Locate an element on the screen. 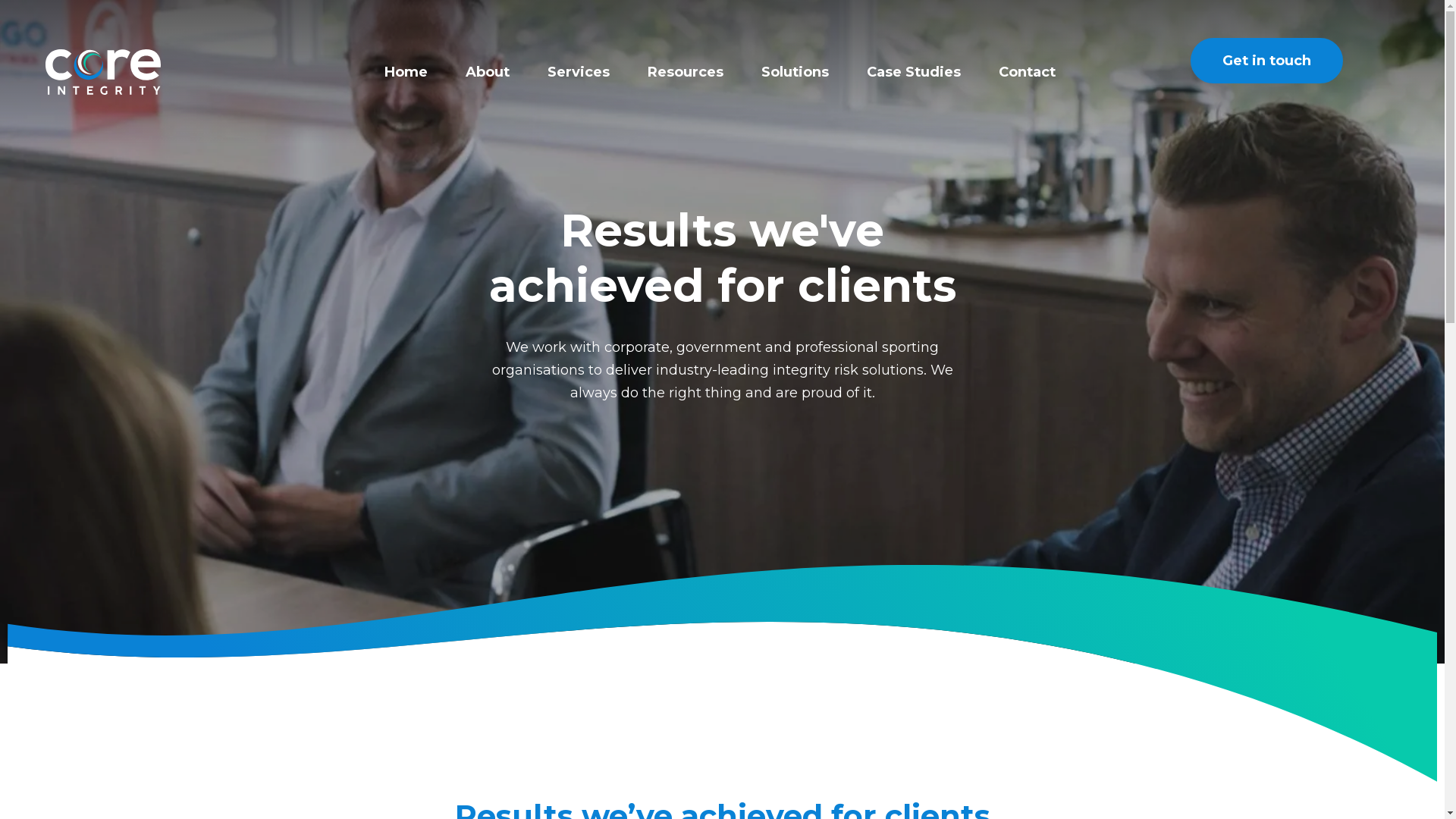 The height and width of the screenshot is (819, 1456). 'Home' is located at coordinates (406, 72).